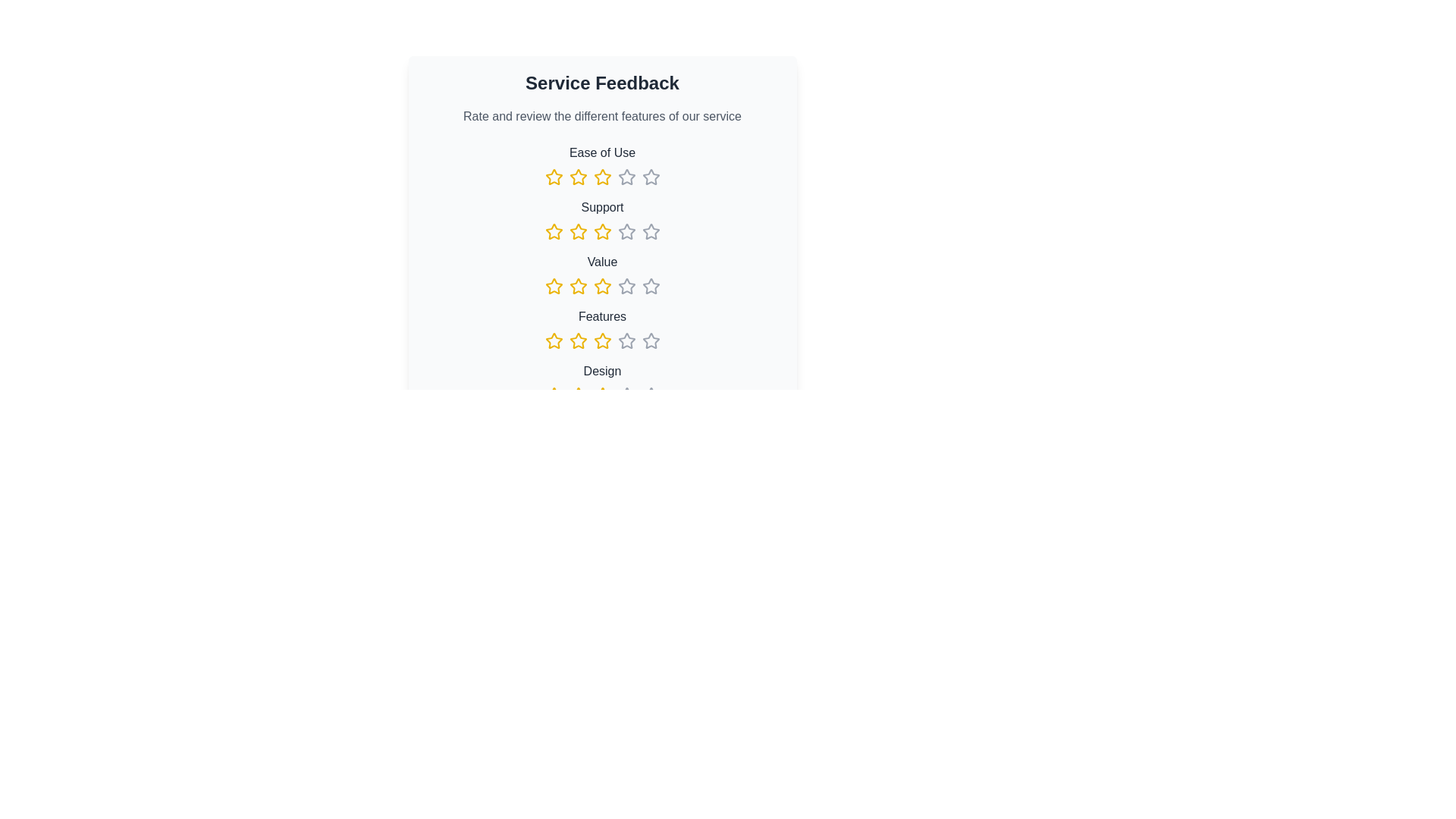 Image resolution: width=1456 pixels, height=819 pixels. Describe the element at coordinates (601, 275) in the screenshot. I see `the star icons in the 'Value' rating component` at that location.